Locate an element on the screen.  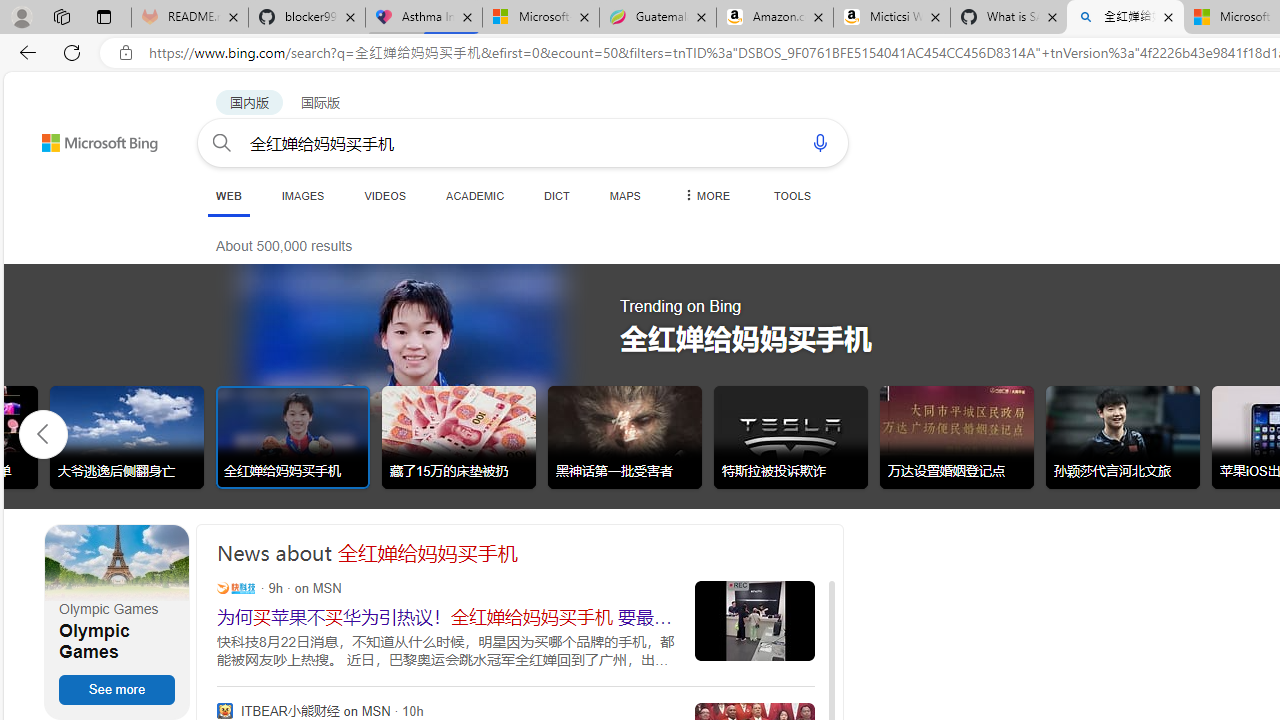
'Back to Bing search' is located at coordinates (86, 137).